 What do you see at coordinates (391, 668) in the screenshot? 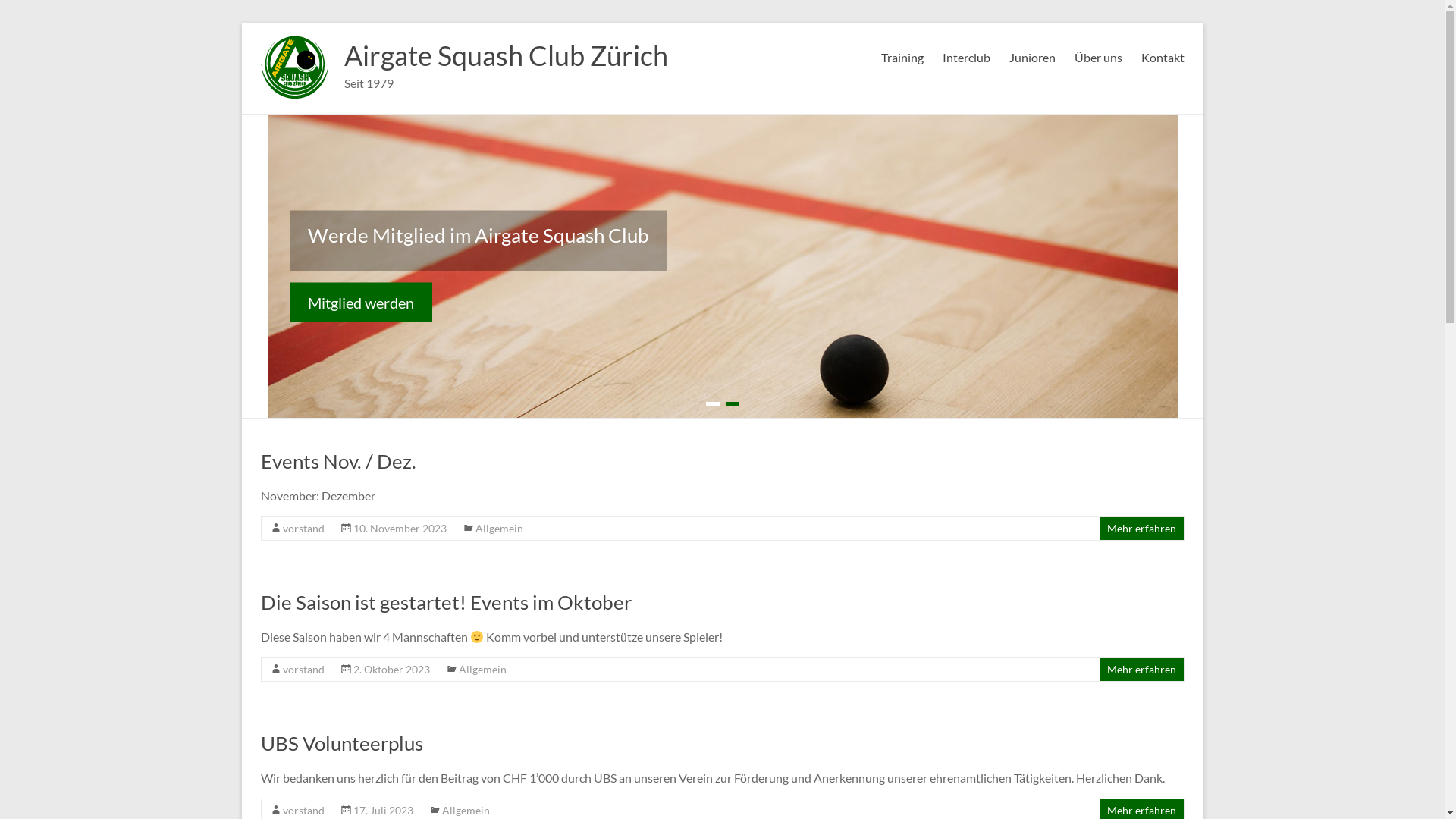
I see `'2. Oktober 2023'` at bounding box center [391, 668].